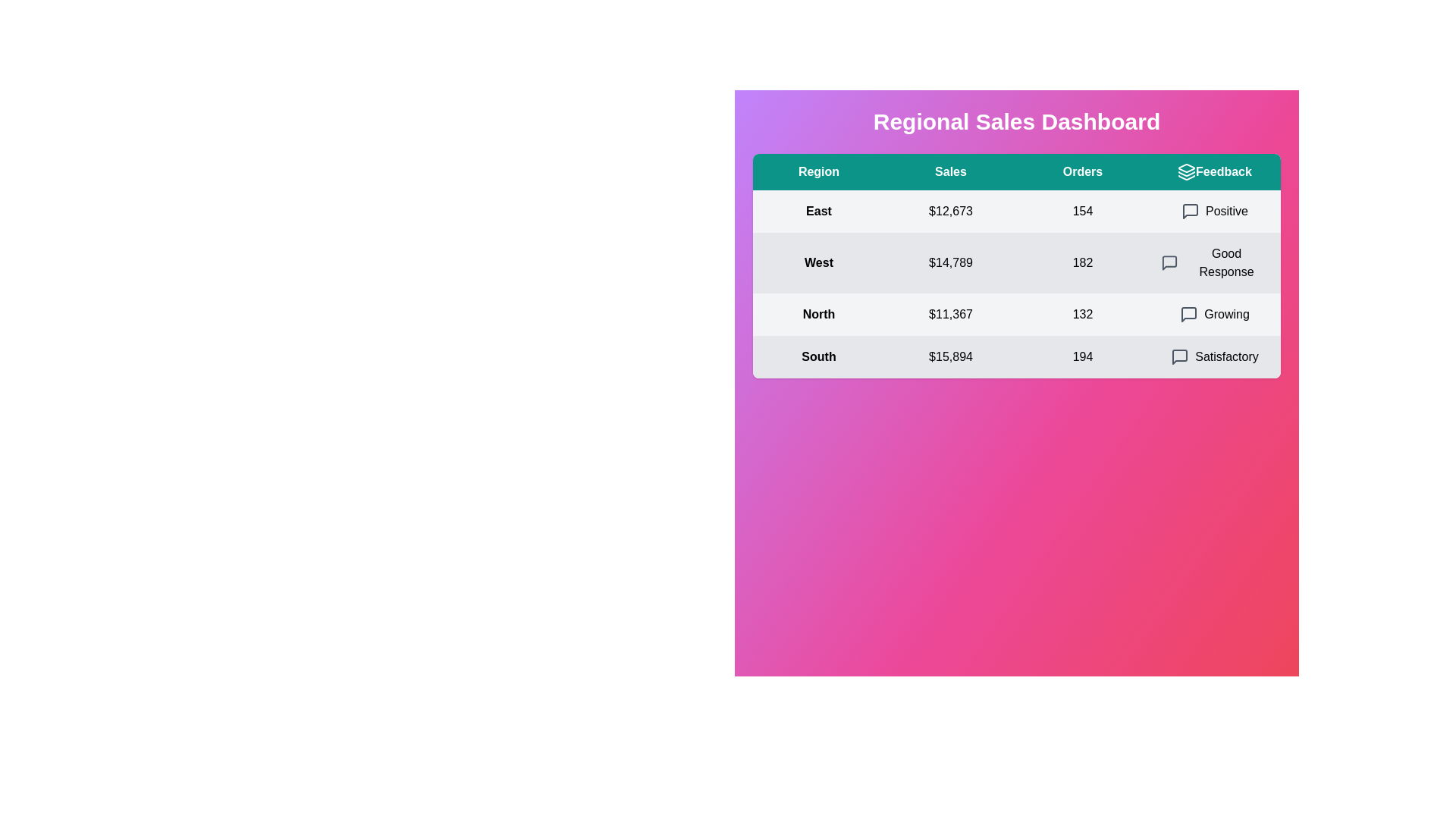  Describe the element at coordinates (1169, 262) in the screenshot. I see `the feedback icon for the West region` at that location.